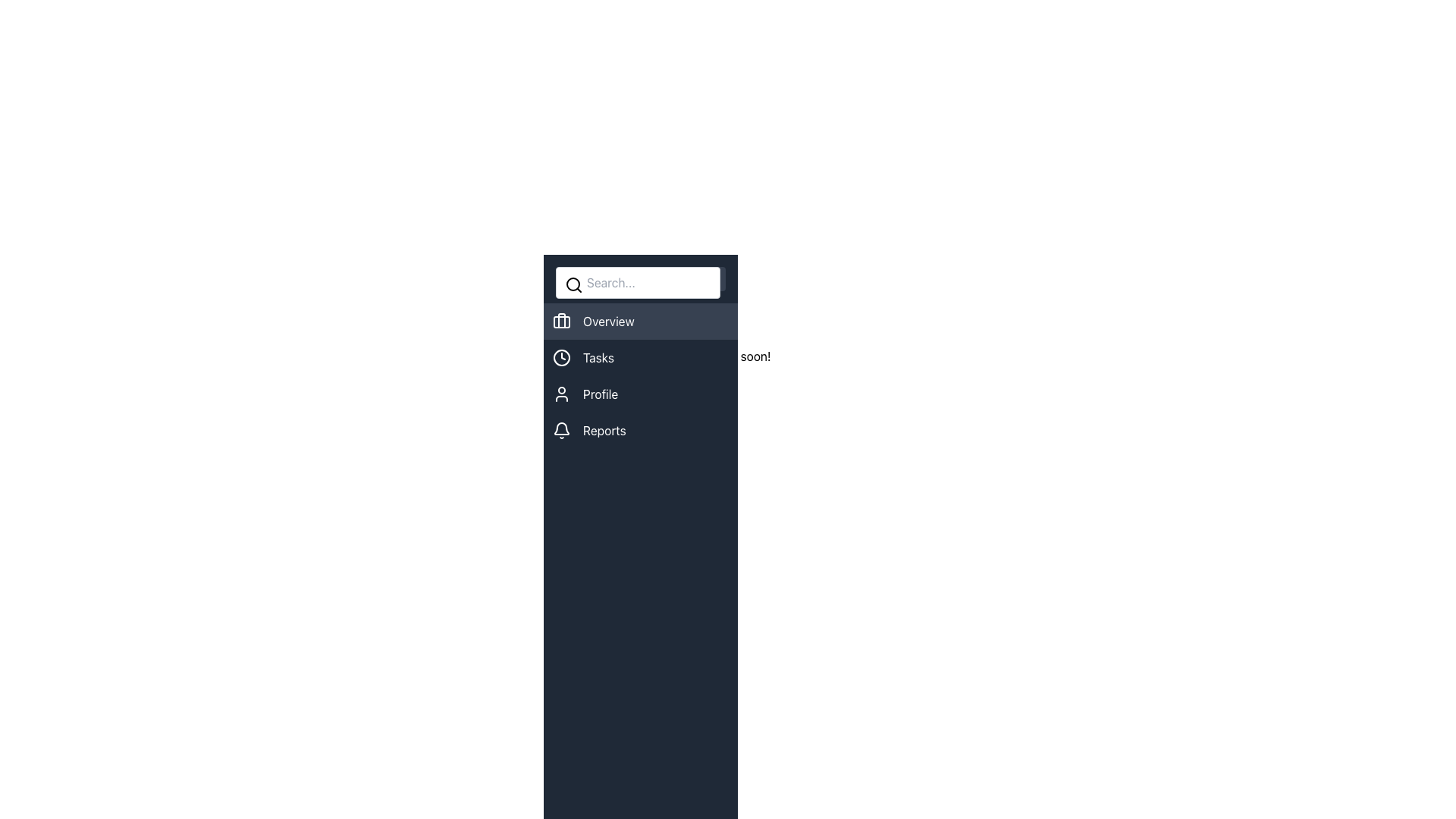  What do you see at coordinates (604, 430) in the screenshot?
I see `the 'Reports' text label, which is displayed in white font against a dark blue background, located` at bounding box center [604, 430].